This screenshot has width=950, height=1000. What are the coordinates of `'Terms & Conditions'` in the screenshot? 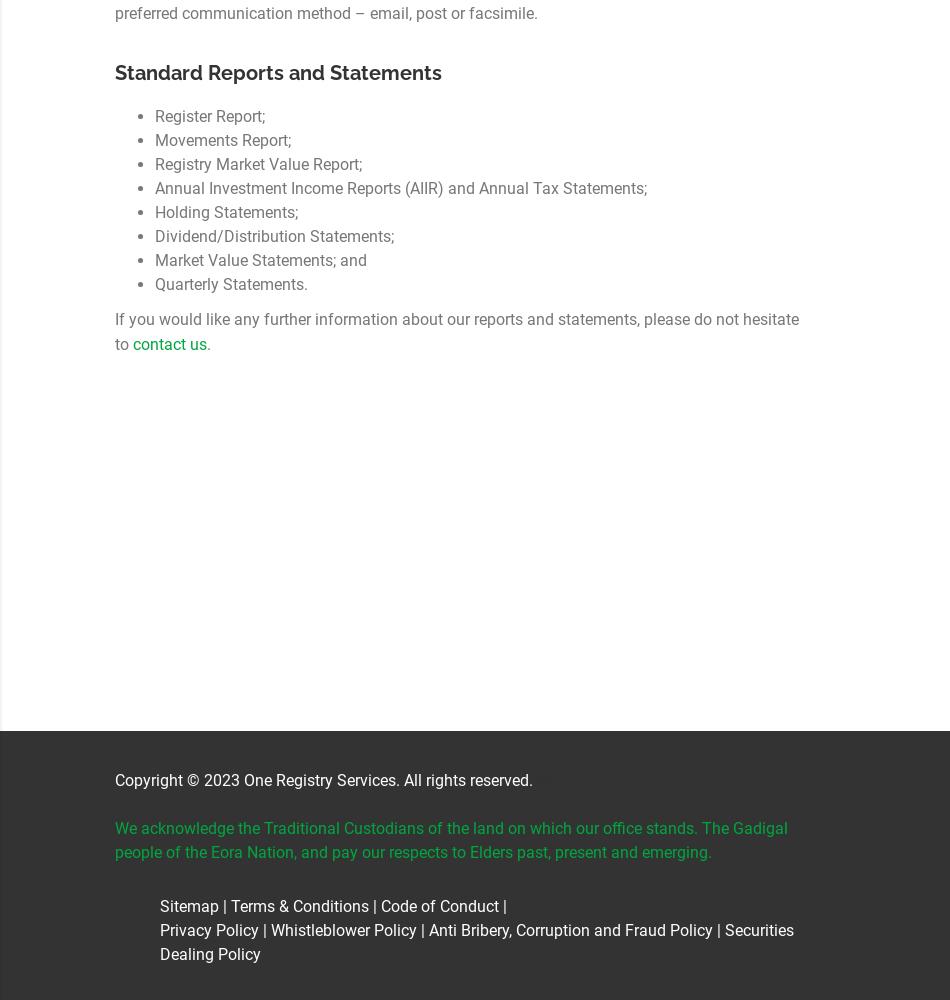 It's located at (299, 906).